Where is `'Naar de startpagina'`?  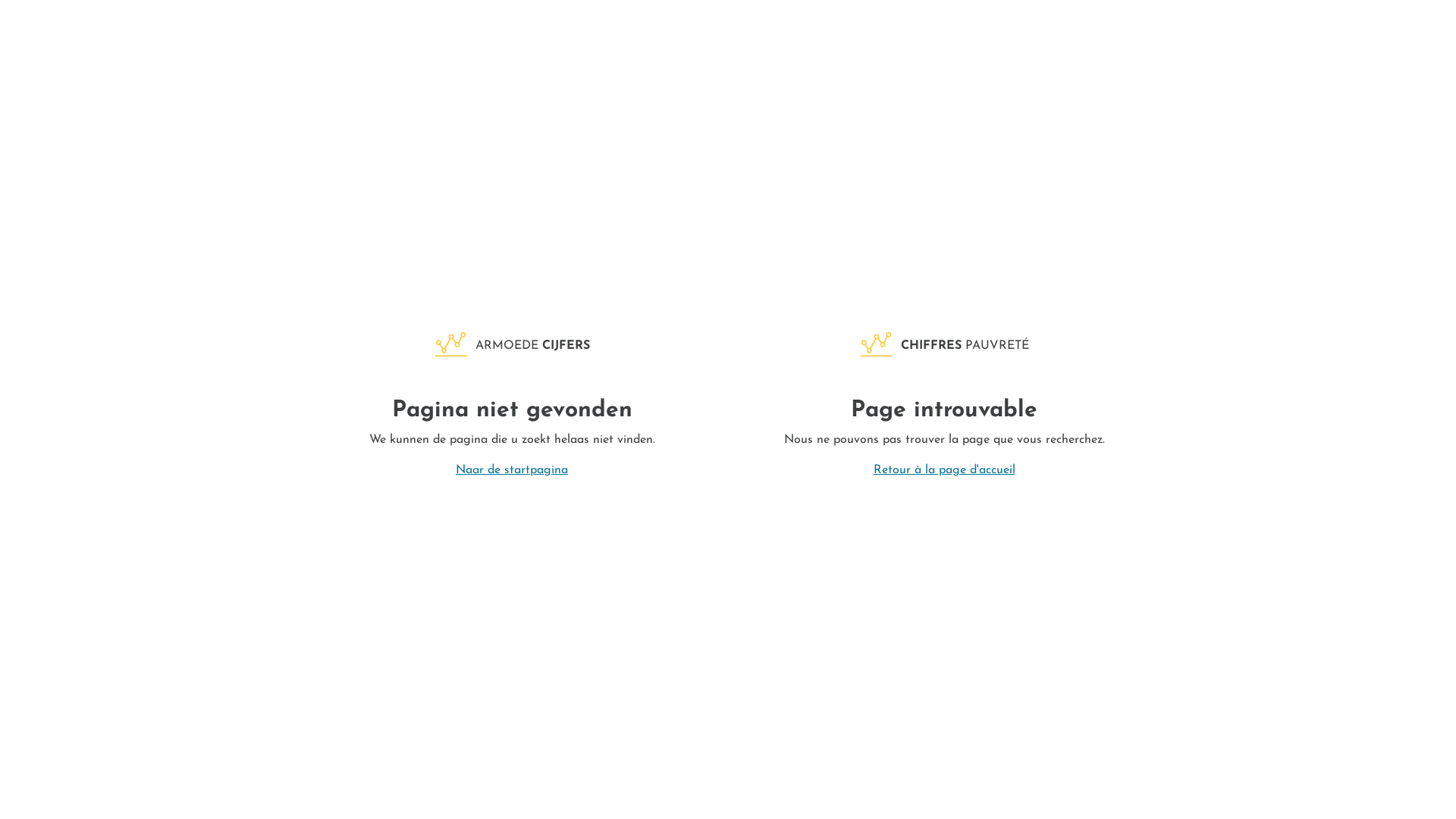 'Naar de startpagina' is located at coordinates (454, 469).